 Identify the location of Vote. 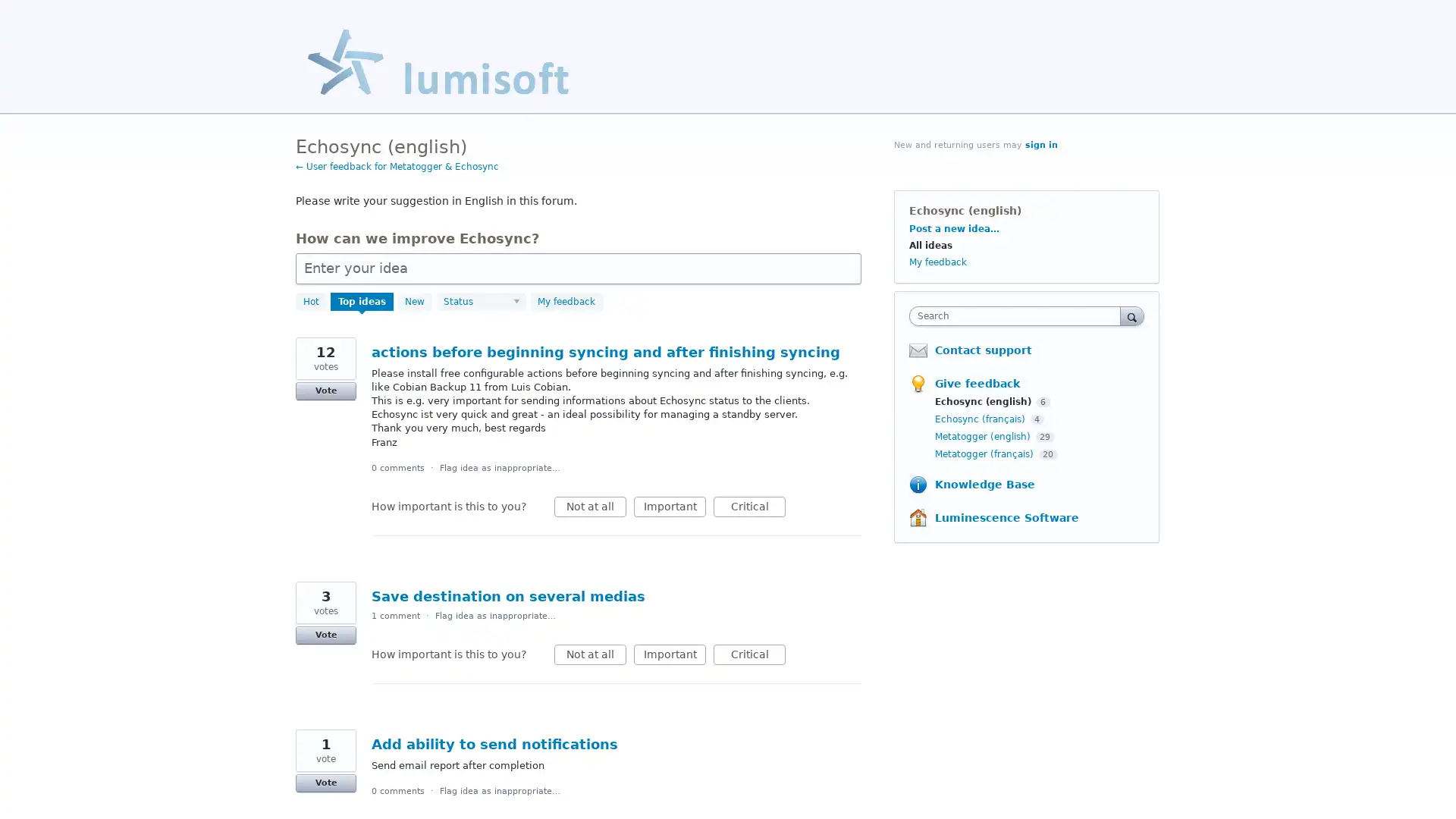
(325, 390).